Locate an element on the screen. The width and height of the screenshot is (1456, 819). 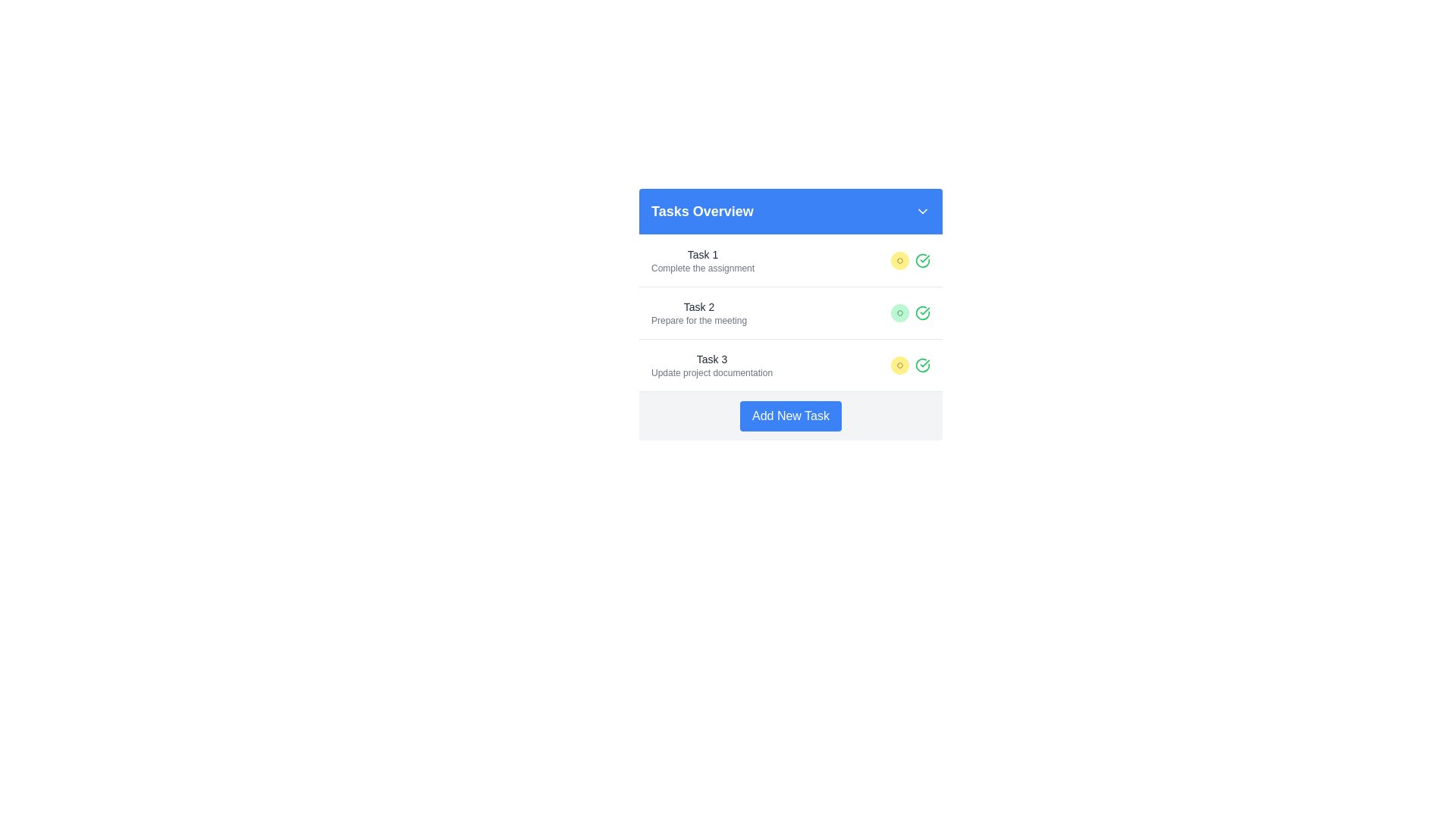
the status label indicating 'pending' for the task 'Task 3 Update project documentation', which is located in the third row of the task list, right next to a green circle with a checkmark is located at coordinates (910, 366).